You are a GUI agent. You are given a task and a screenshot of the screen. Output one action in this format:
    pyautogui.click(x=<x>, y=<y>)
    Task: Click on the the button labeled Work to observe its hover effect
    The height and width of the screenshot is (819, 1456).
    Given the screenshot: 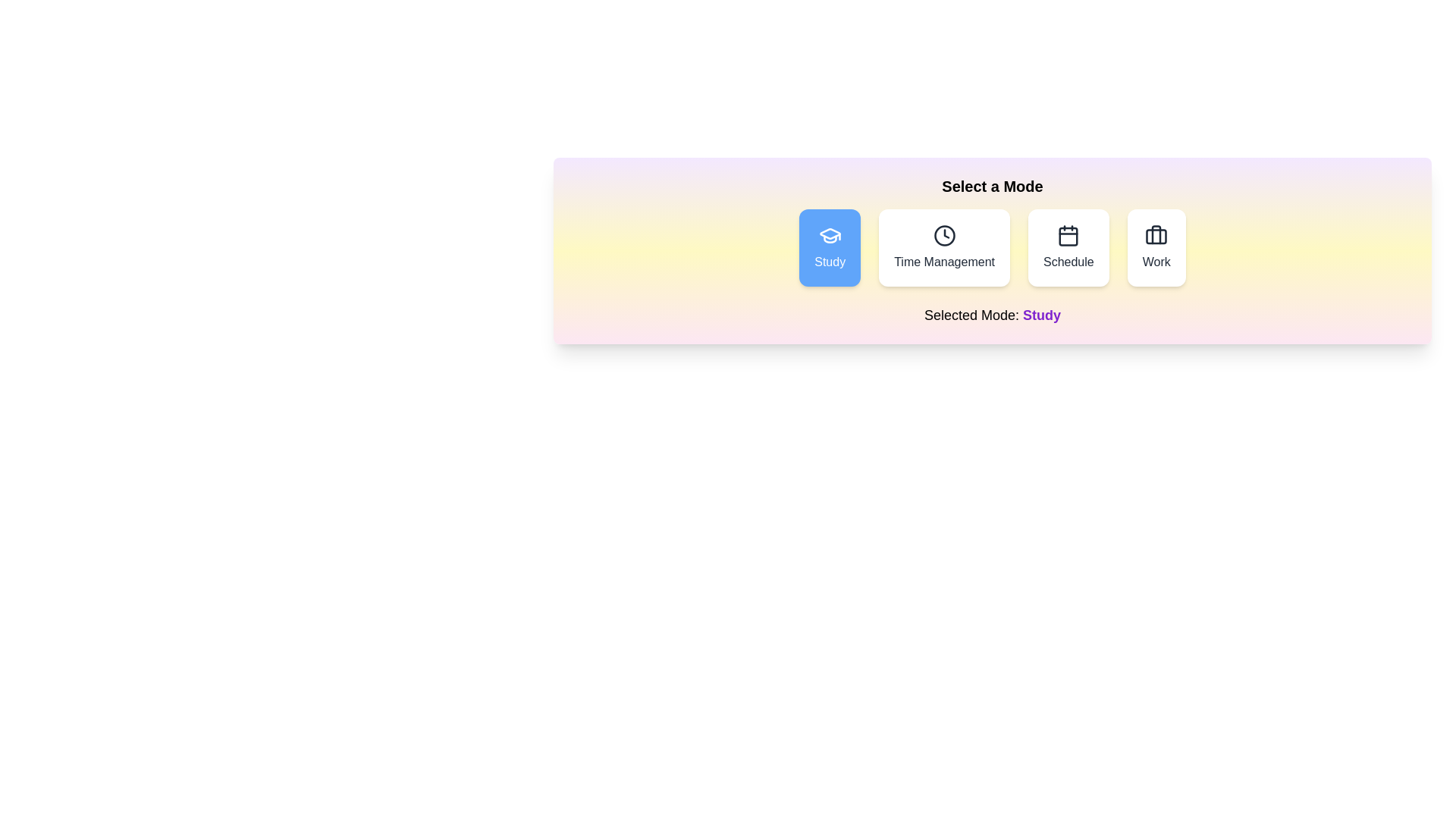 What is the action you would take?
    pyautogui.click(x=1156, y=247)
    